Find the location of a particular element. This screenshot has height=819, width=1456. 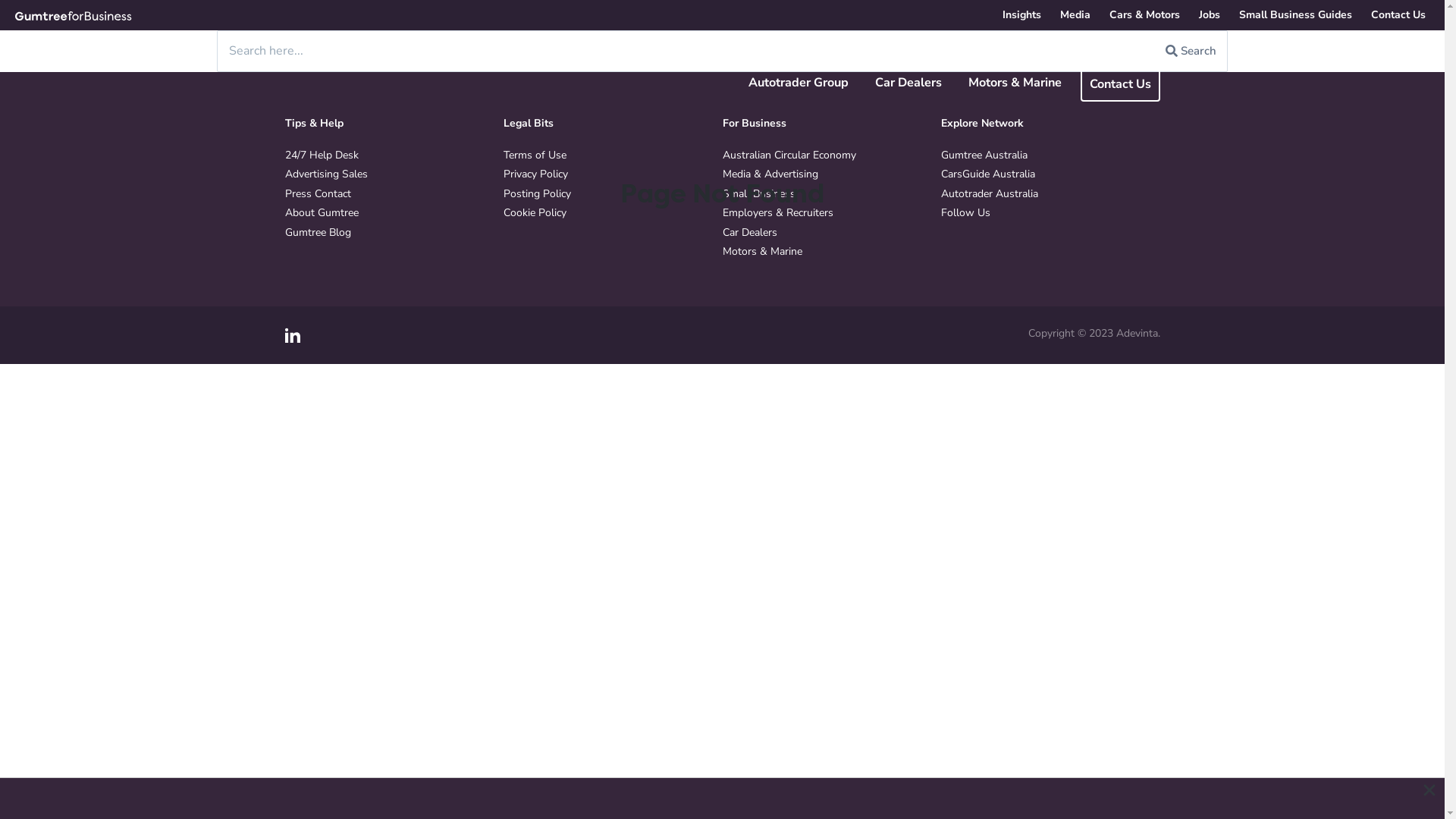

'Autotrader Group' is located at coordinates (739, 83).